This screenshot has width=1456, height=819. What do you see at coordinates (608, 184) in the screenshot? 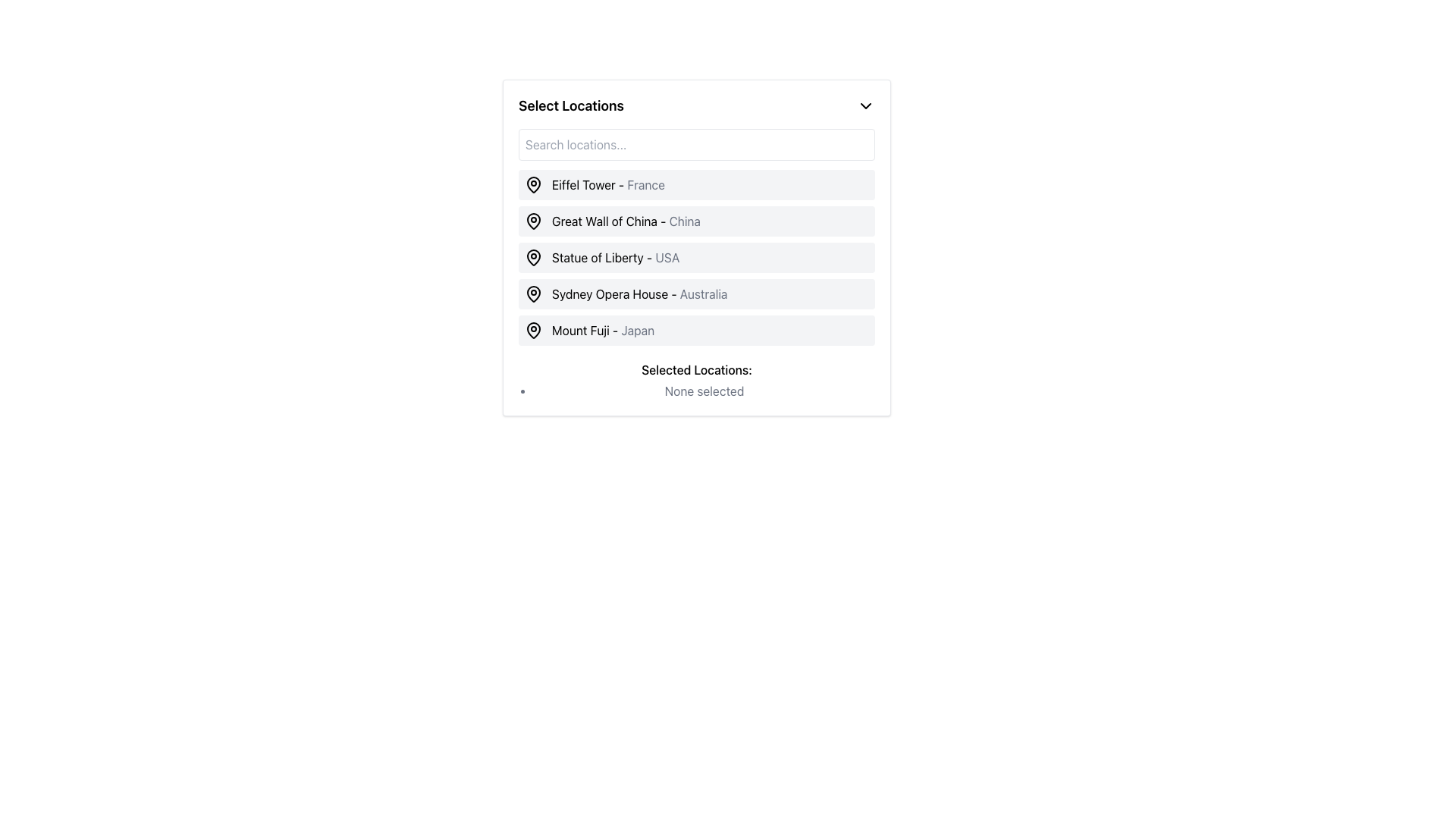
I see `the 'Eiffel Tower - France' selectable list item` at bounding box center [608, 184].